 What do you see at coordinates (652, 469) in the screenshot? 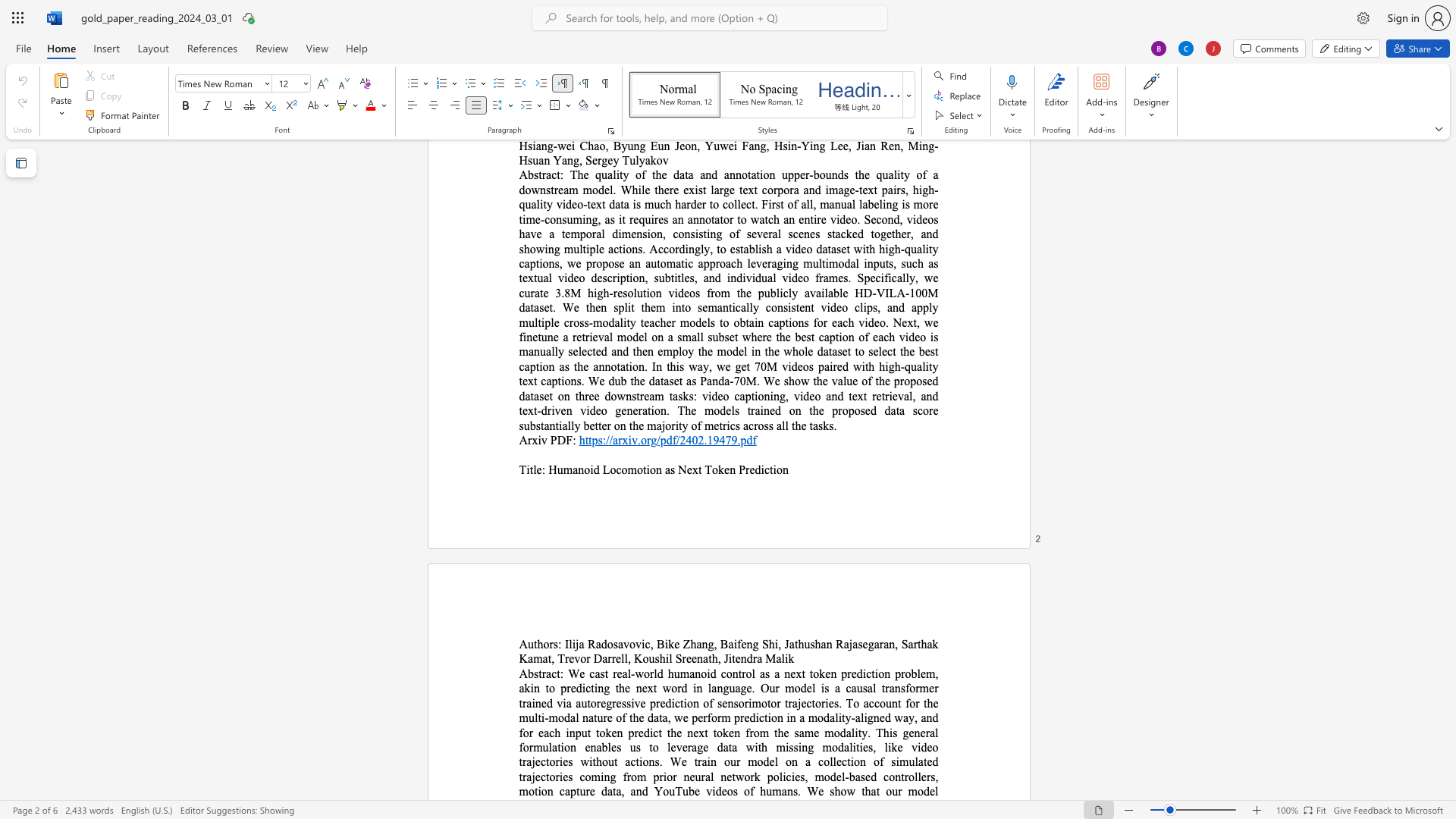
I see `the 5th character "o" in the text` at bounding box center [652, 469].